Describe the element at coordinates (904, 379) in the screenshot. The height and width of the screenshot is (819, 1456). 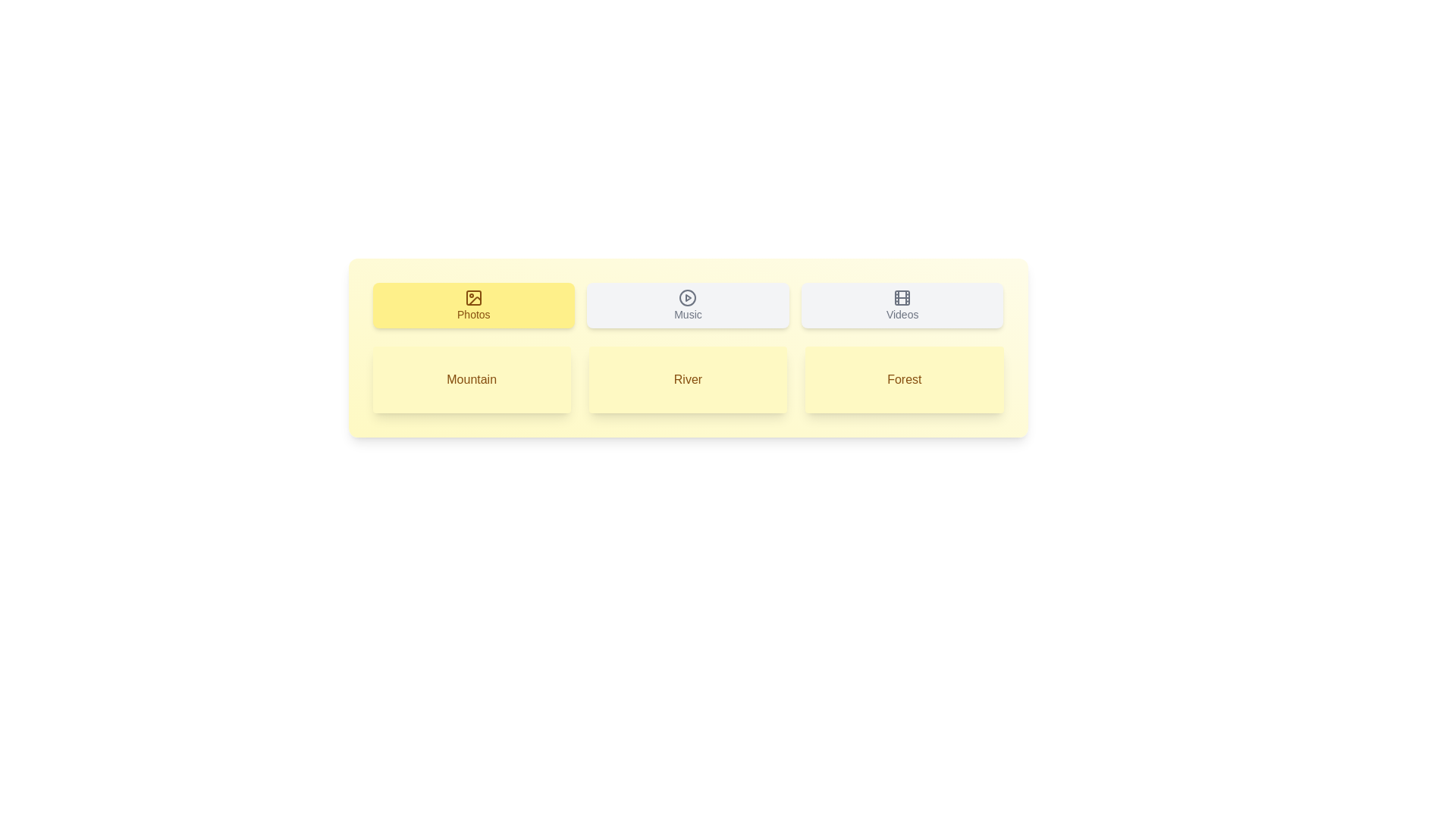
I see `the tab or list item labeled Forest` at that location.